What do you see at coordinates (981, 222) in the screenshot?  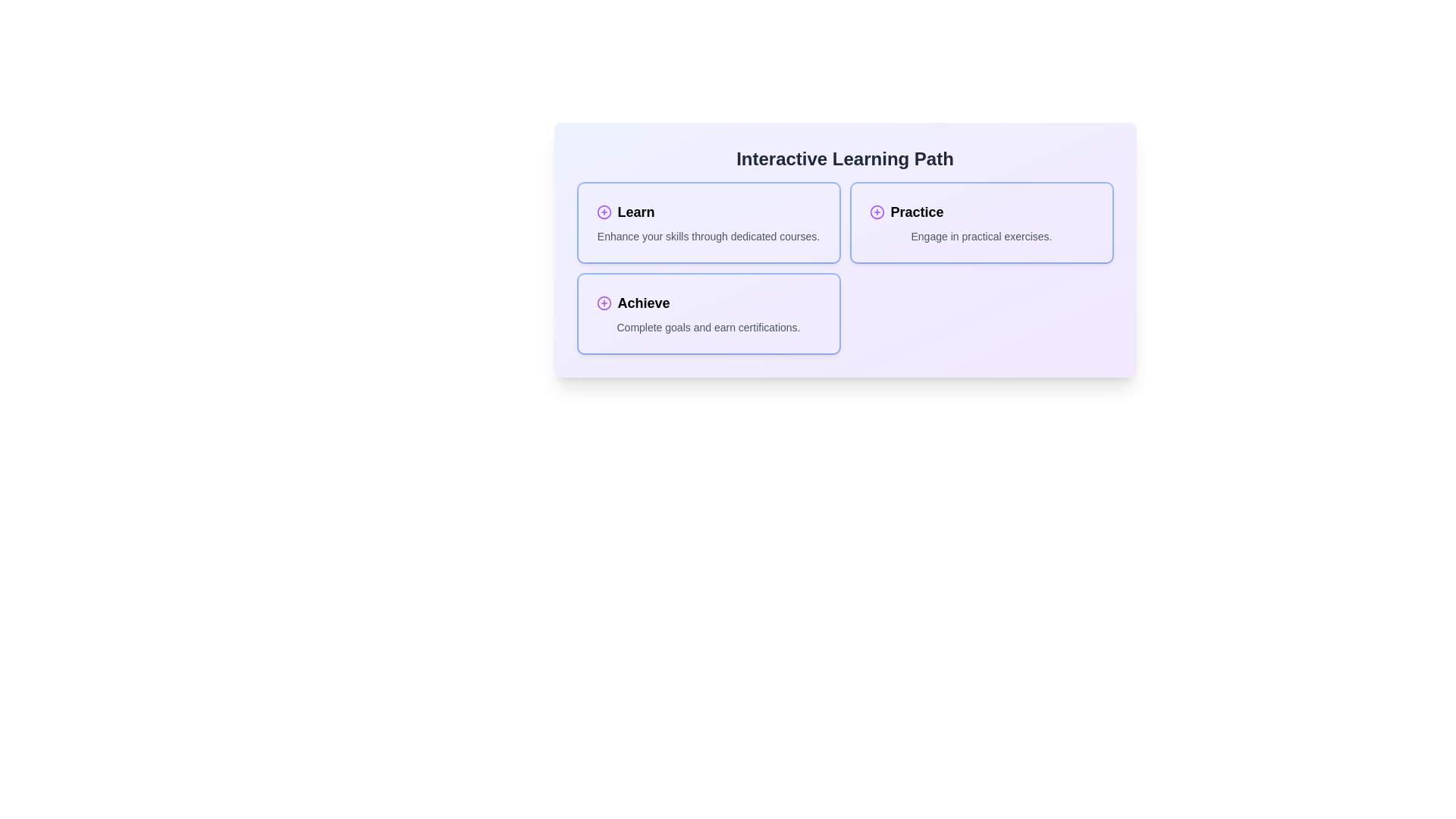 I see `the 'Practice' Card component located in the top-right of the grid layout` at bounding box center [981, 222].